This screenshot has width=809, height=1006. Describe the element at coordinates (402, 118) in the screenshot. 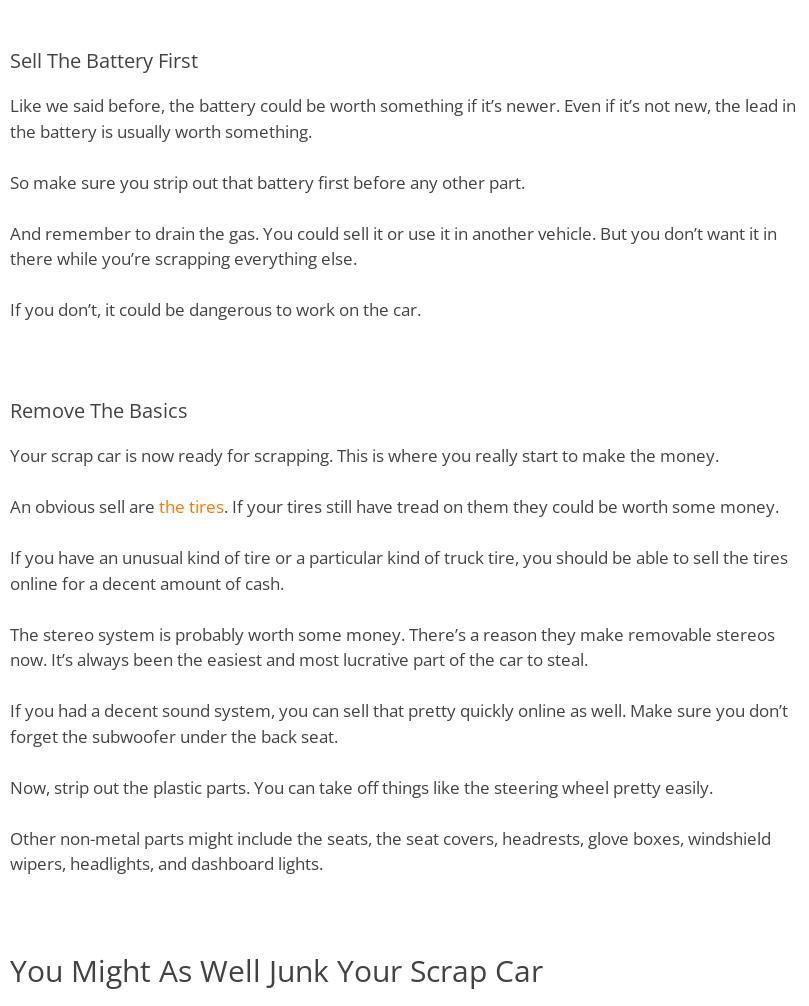

I see `'Like we said before, the battery could be worth something if it’s newer. Even if it’s not new, the lead in the battery is usually worth something.'` at that location.